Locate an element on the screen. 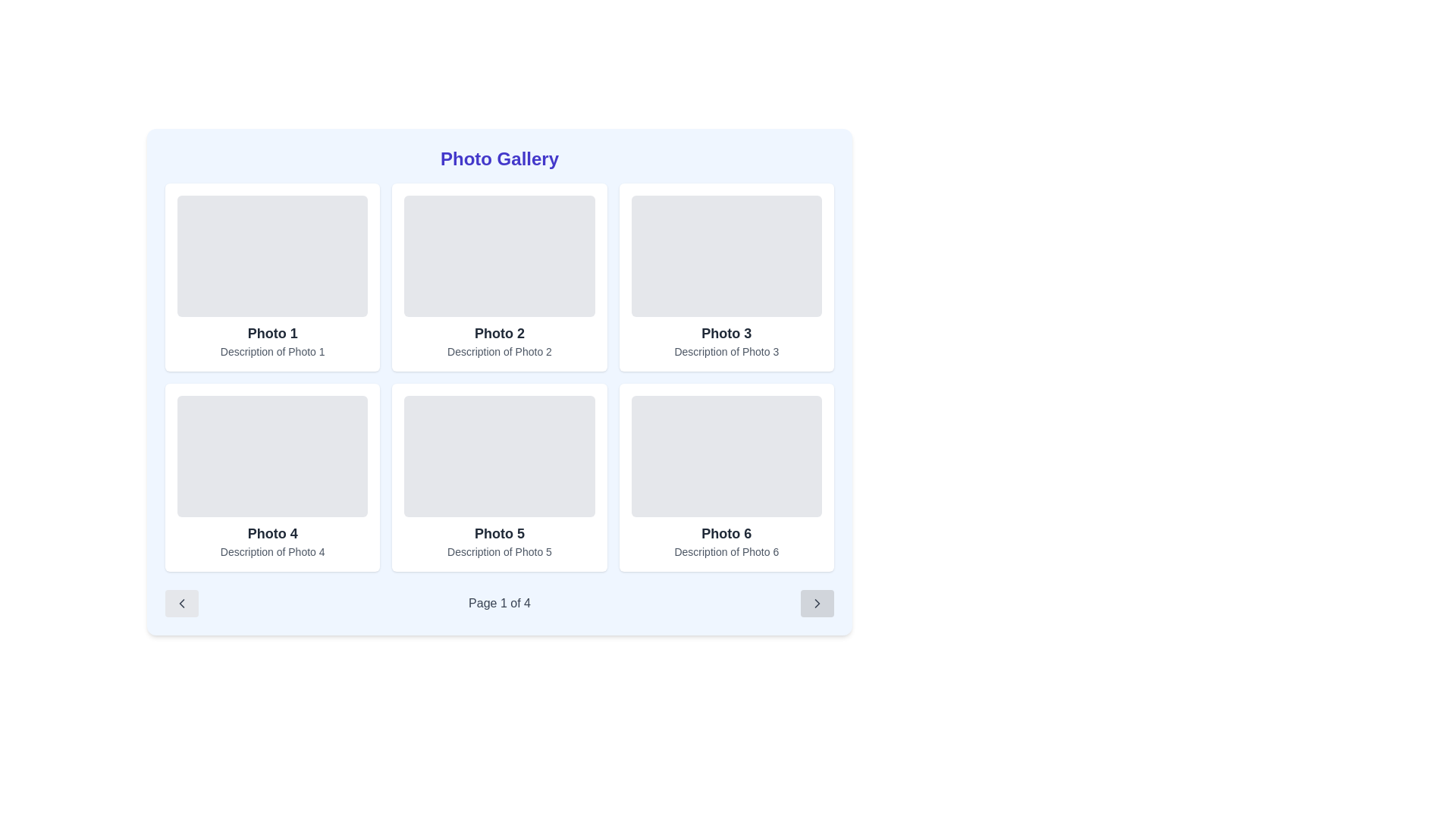  the chevron icon located at the center of the rightmost button in the bottom navigation bar is located at coordinates (816, 602).